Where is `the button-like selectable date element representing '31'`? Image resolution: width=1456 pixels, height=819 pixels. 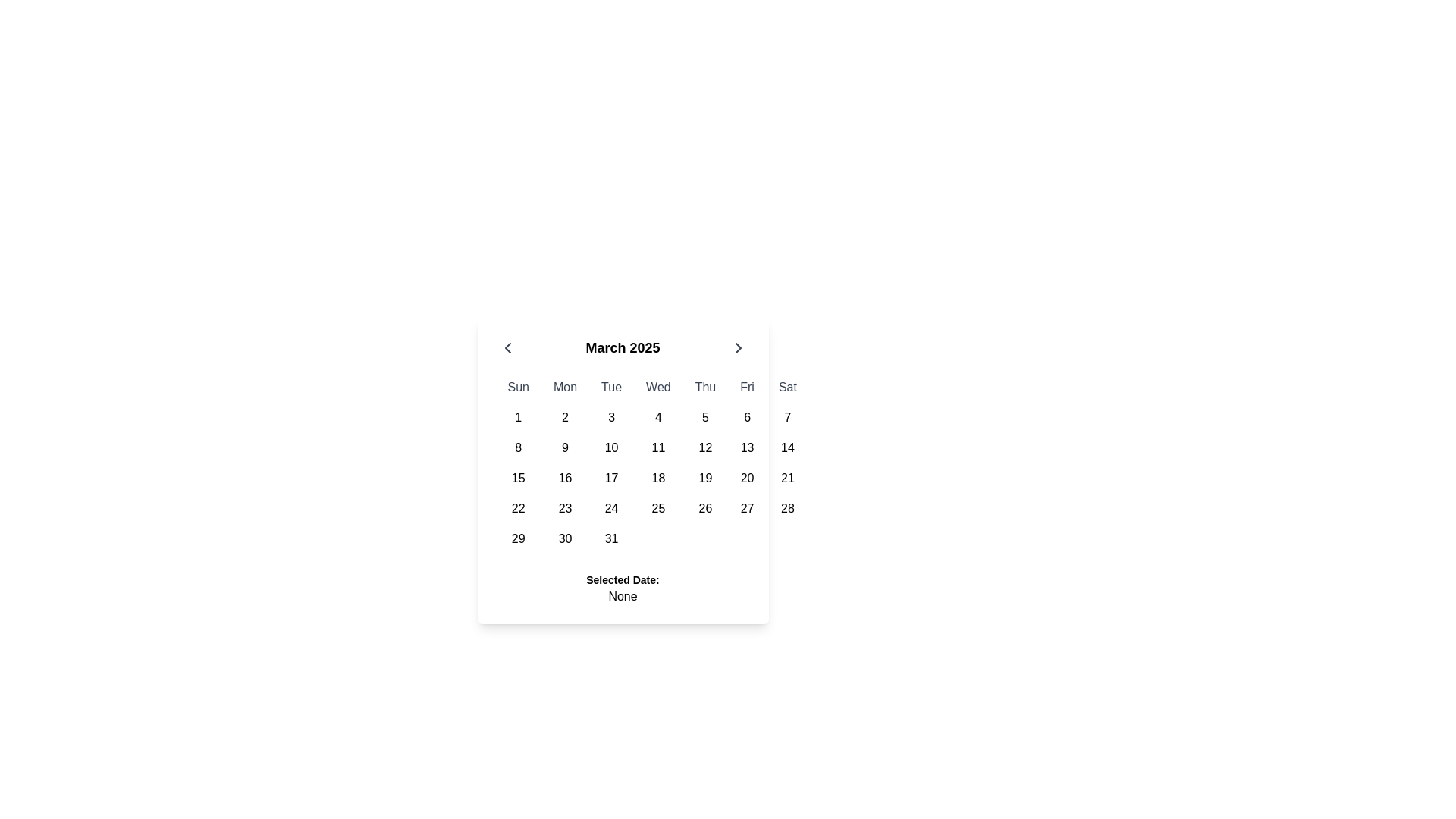
the button-like selectable date element representing '31' is located at coordinates (611, 538).